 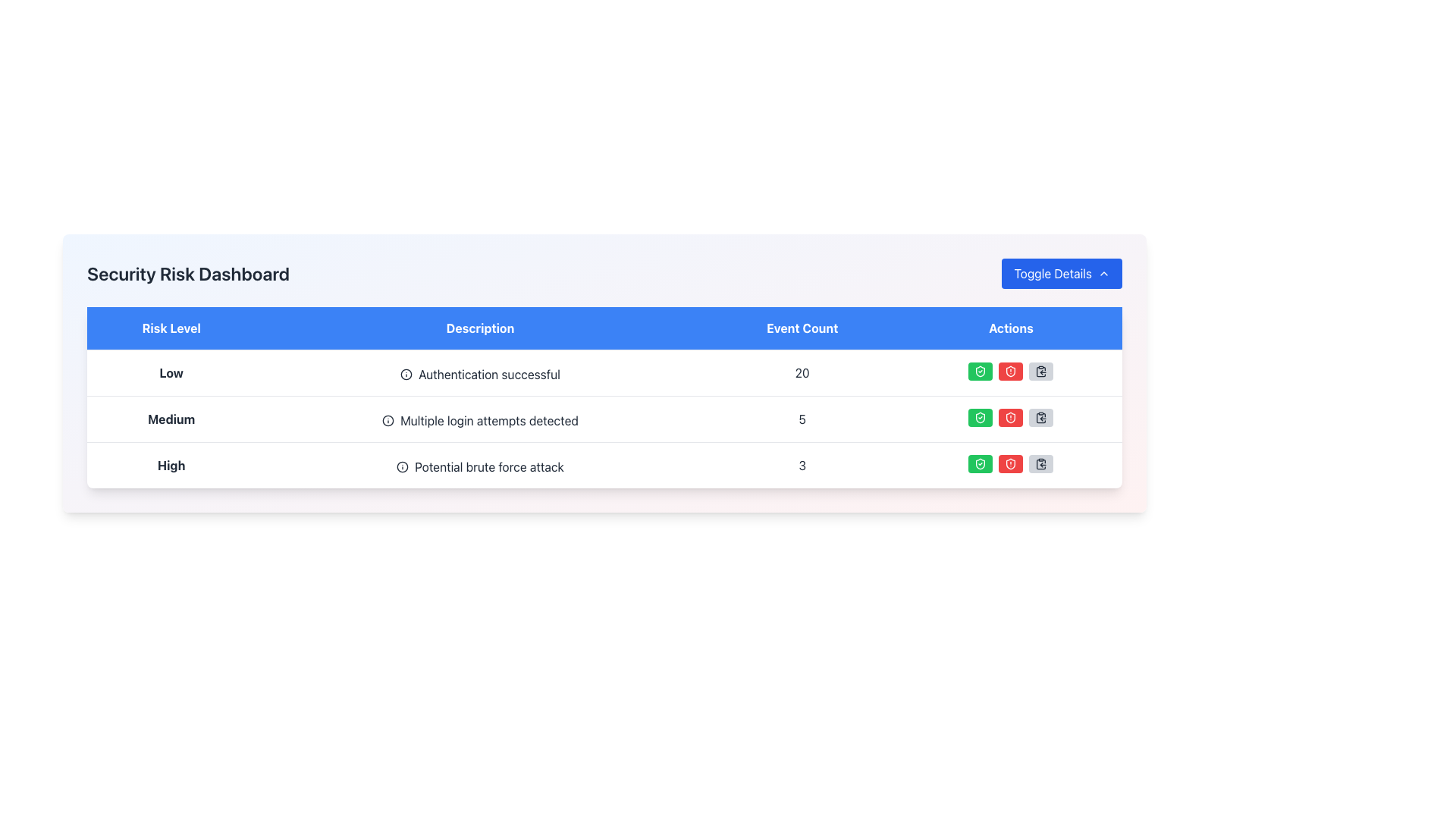 I want to click on the information icon (SVG Circle) in the row labeled 'Medium' within the 'Description' column, which indicates multiple login attempts detected, so click(x=388, y=421).